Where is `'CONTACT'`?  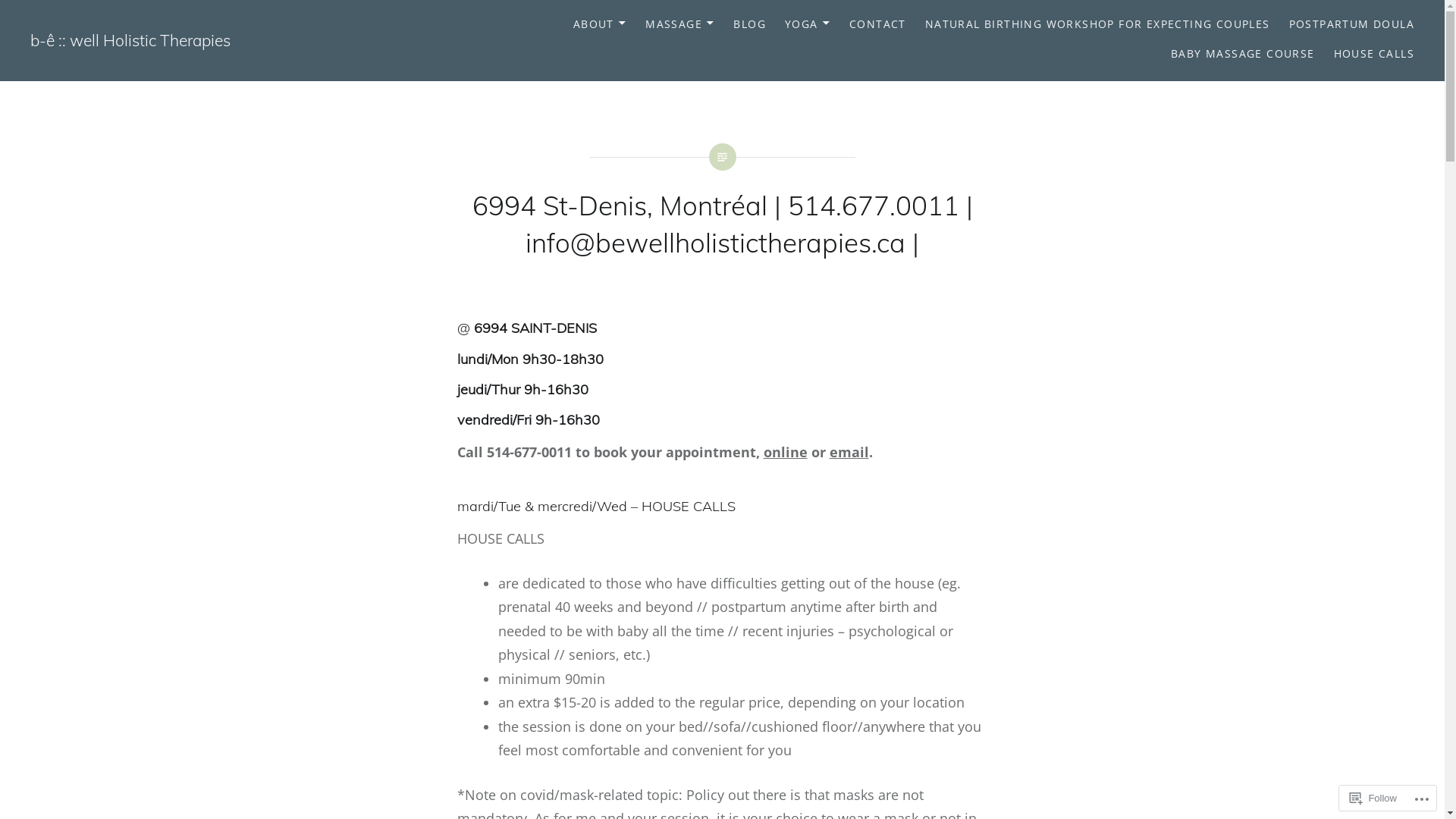 'CONTACT' is located at coordinates (848, 24).